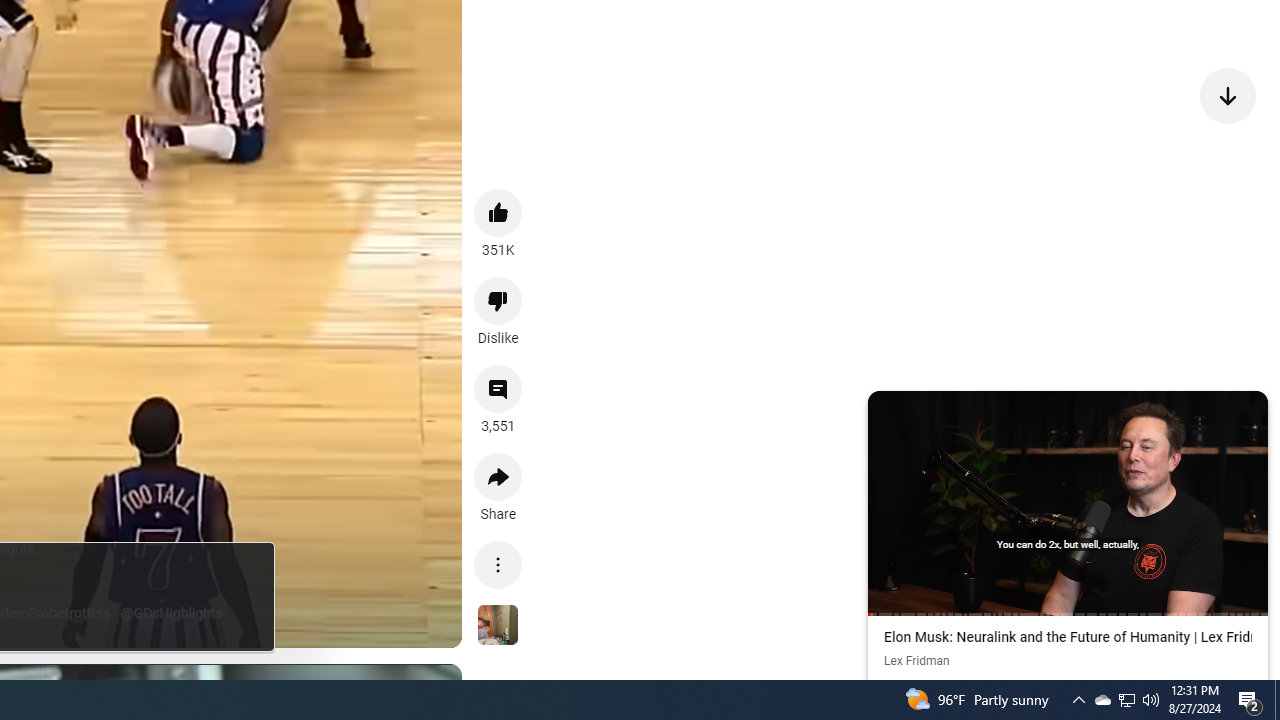 This screenshot has height=720, width=1280. What do you see at coordinates (498, 477) in the screenshot?
I see `'Share'` at bounding box center [498, 477].